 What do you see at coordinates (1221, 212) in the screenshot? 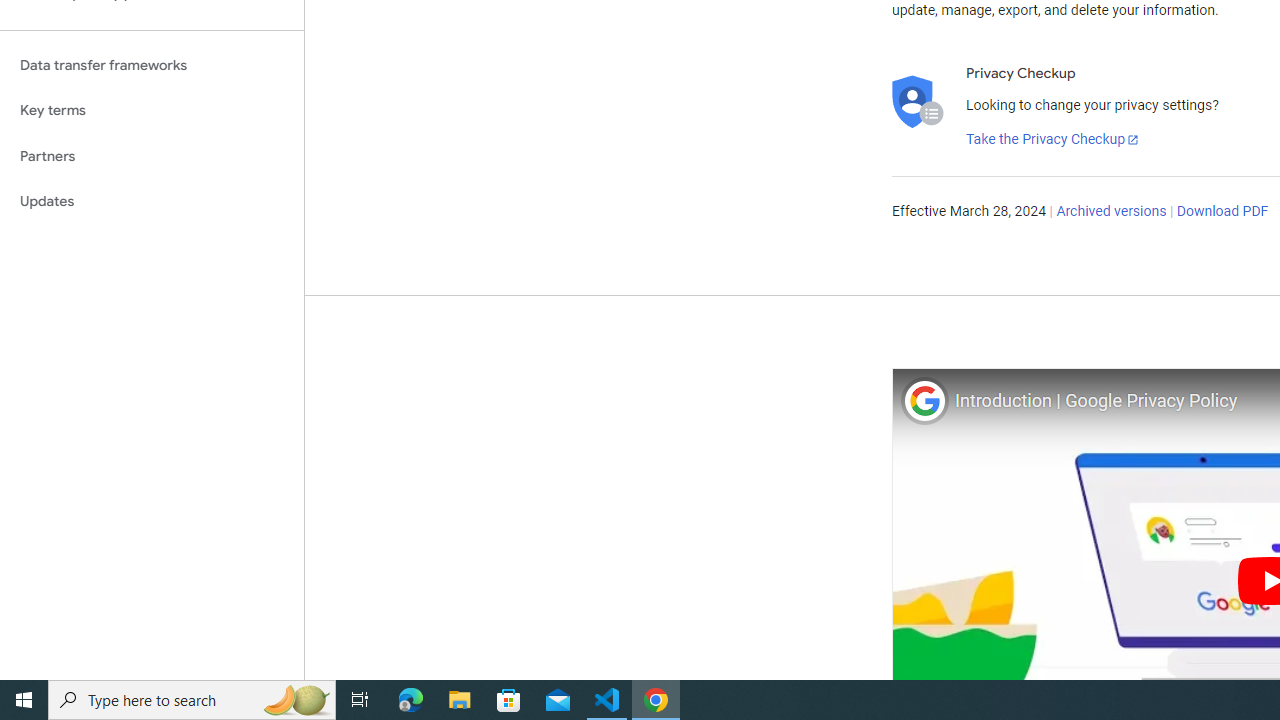
I see `'Download PDF'` at bounding box center [1221, 212].